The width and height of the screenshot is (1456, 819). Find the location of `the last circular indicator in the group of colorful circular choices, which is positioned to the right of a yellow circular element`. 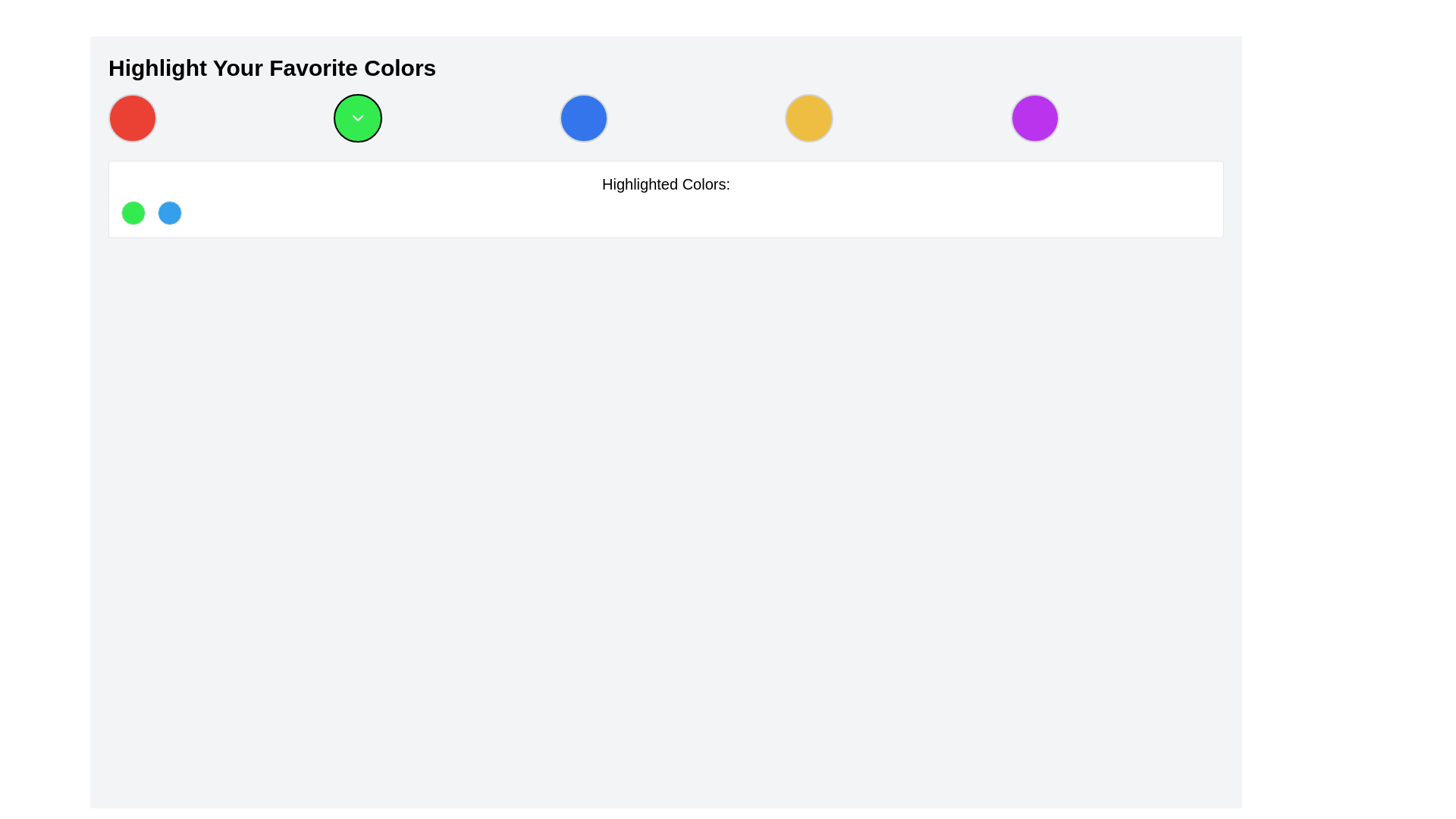

the last circular indicator in the group of colorful circular choices, which is positioned to the right of a yellow circular element is located at coordinates (1033, 117).